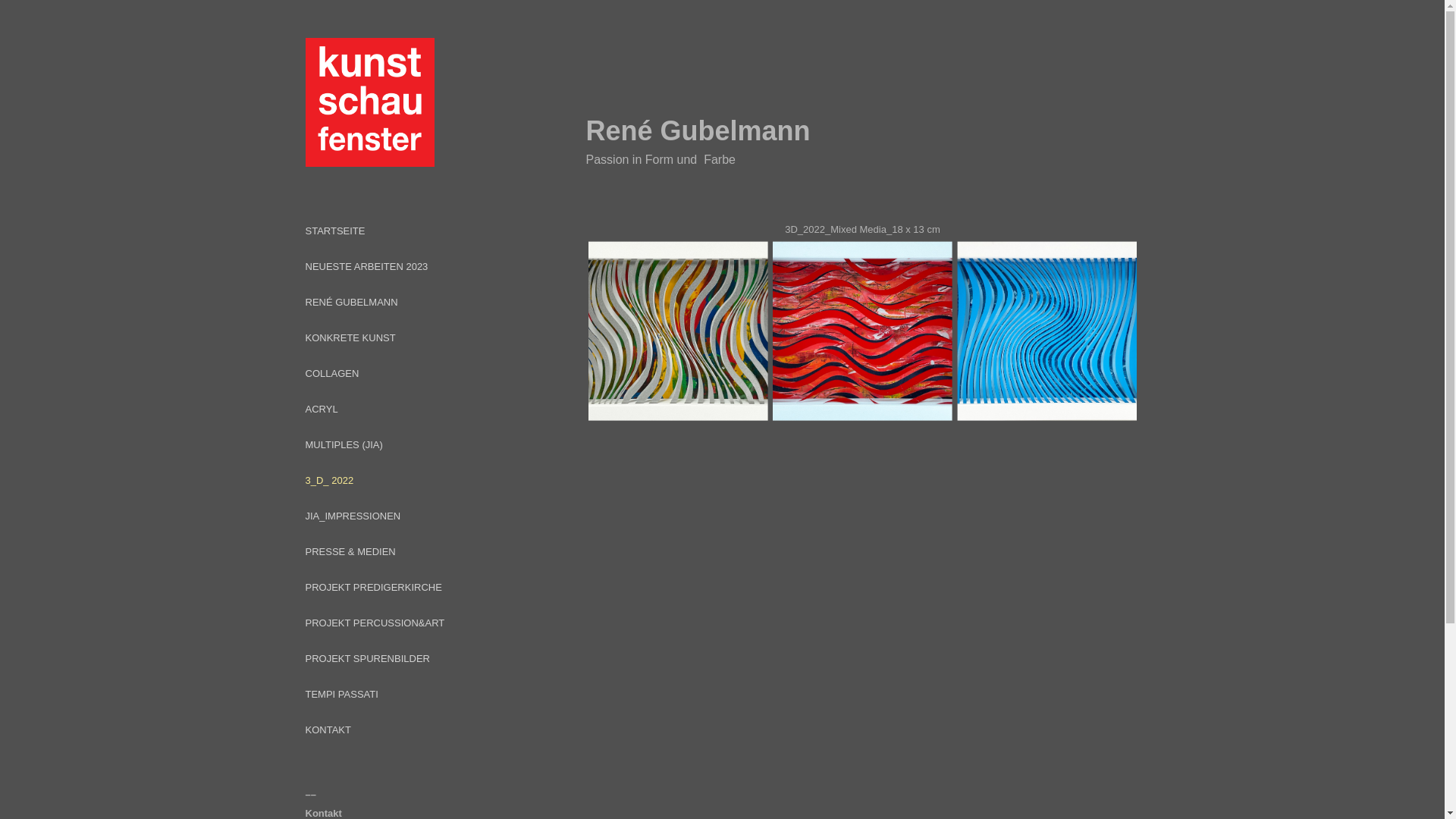 Image resolution: width=1456 pixels, height=819 pixels. Describe the element at coordinates (327, 729) in the screenshot. I see `'KONTAKT'` at that location.